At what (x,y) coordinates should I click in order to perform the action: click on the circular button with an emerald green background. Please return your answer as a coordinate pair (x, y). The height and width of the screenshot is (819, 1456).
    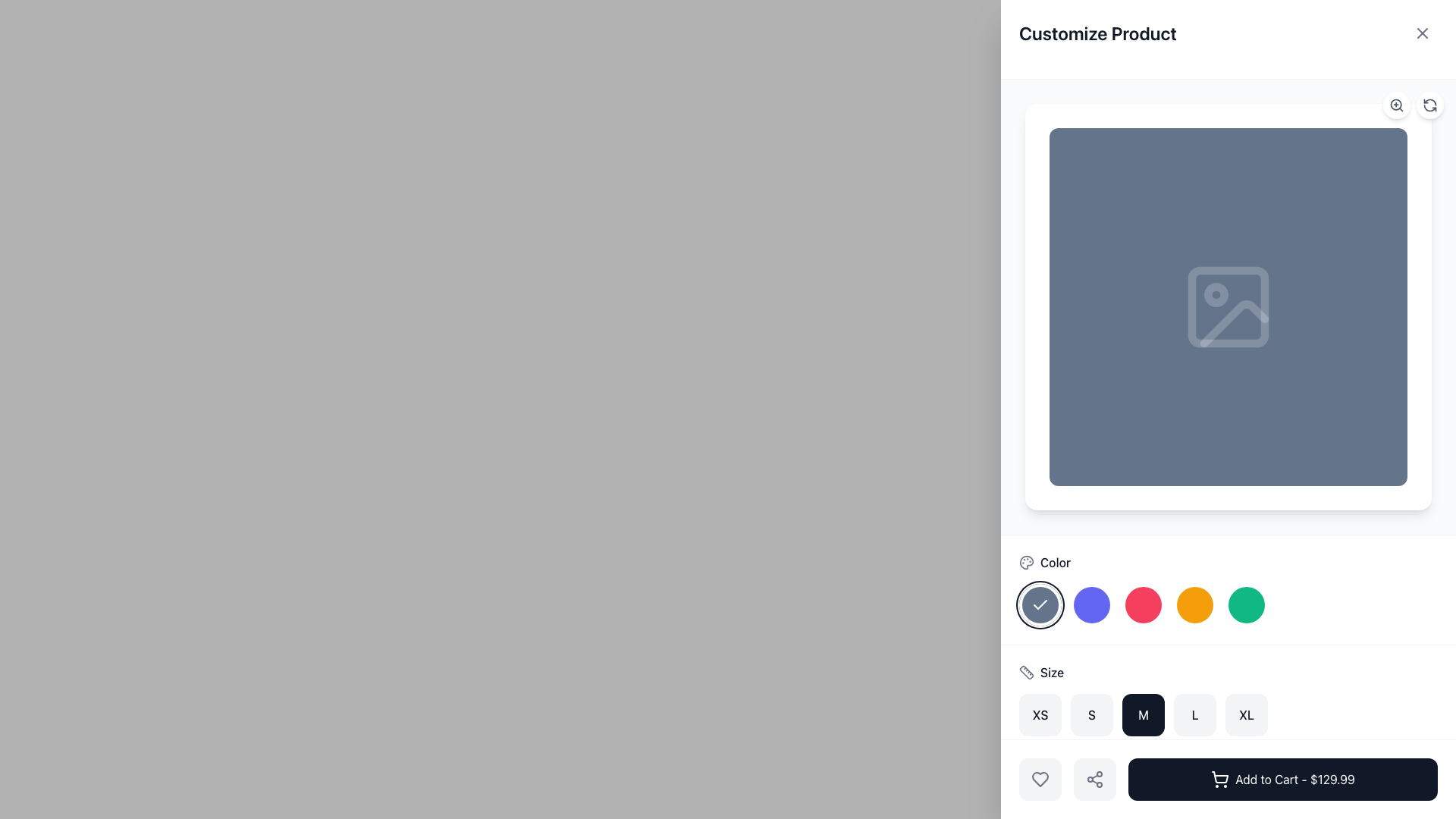
    Looking at the image, I should click on (1246, 604).